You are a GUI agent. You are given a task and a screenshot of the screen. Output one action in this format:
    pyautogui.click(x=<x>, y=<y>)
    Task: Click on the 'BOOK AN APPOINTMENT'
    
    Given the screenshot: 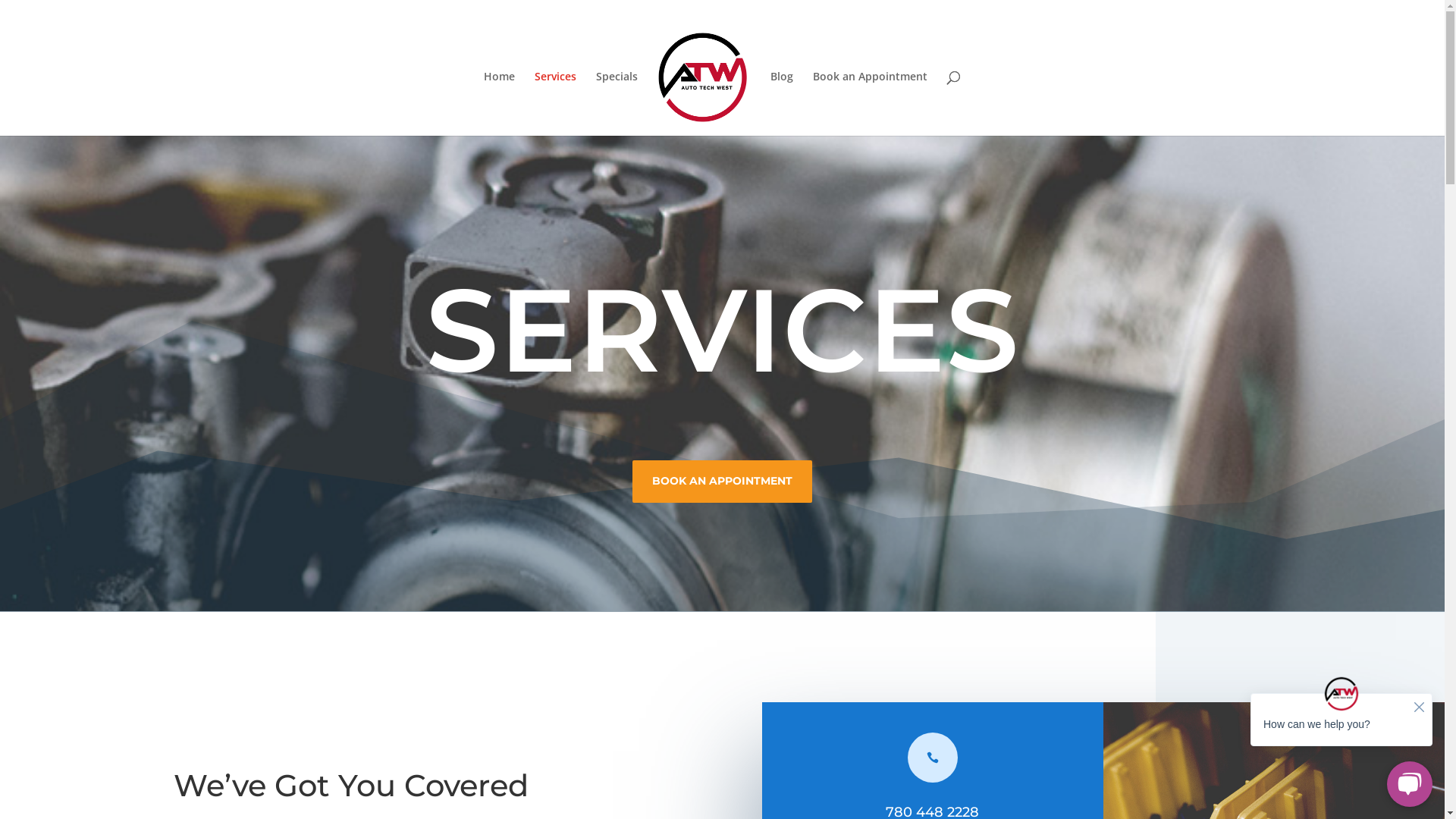 What is the action you would take?
    pyautogui.click(x=721, y=482)
    